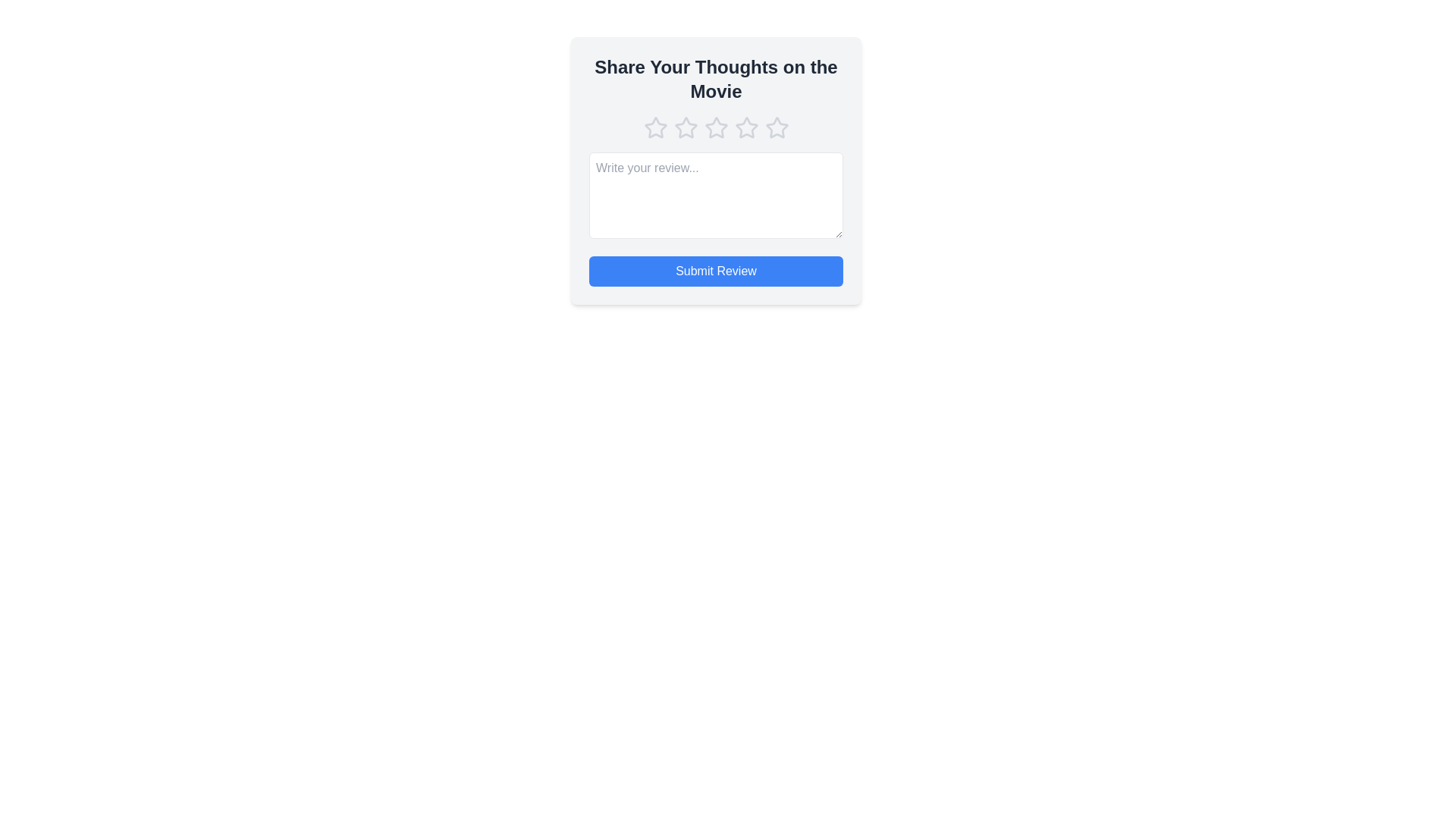  I want to click on the second star icon in the interactive rating component, so click(715, 127).